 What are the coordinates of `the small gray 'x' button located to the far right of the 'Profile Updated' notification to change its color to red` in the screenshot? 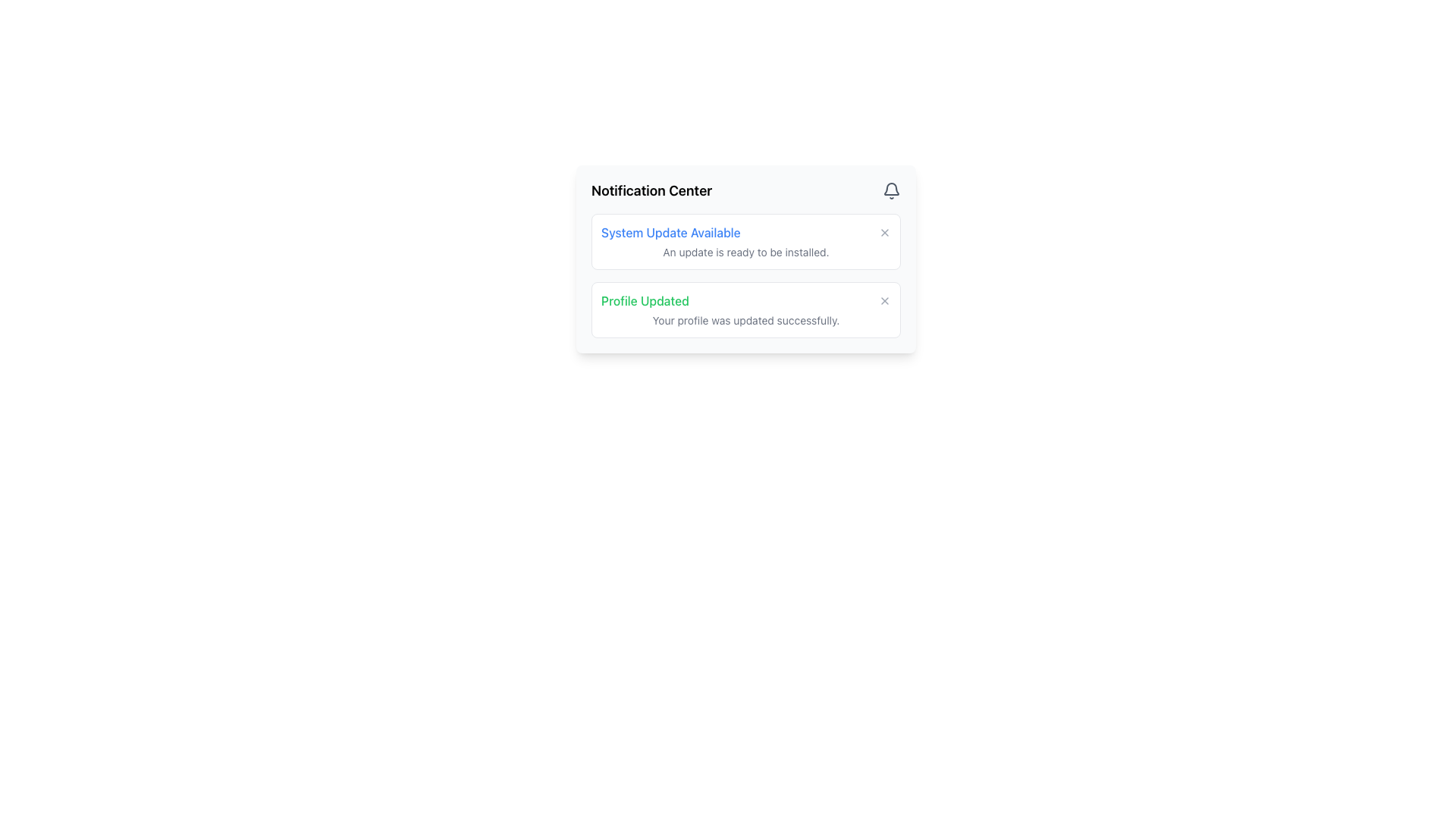 It's located at (884, 301).